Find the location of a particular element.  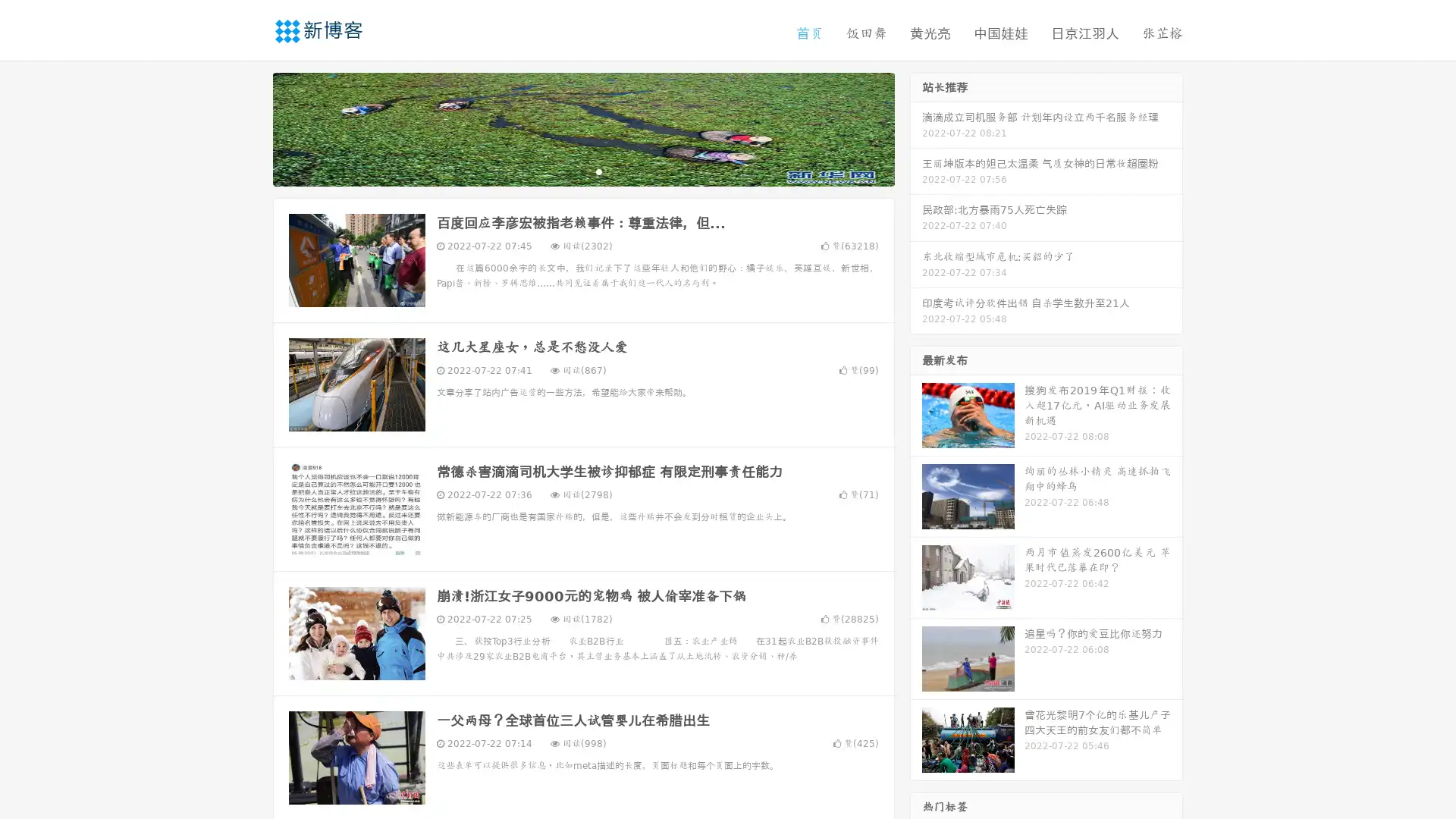

Previous slide is located at coordinates (250, 127).